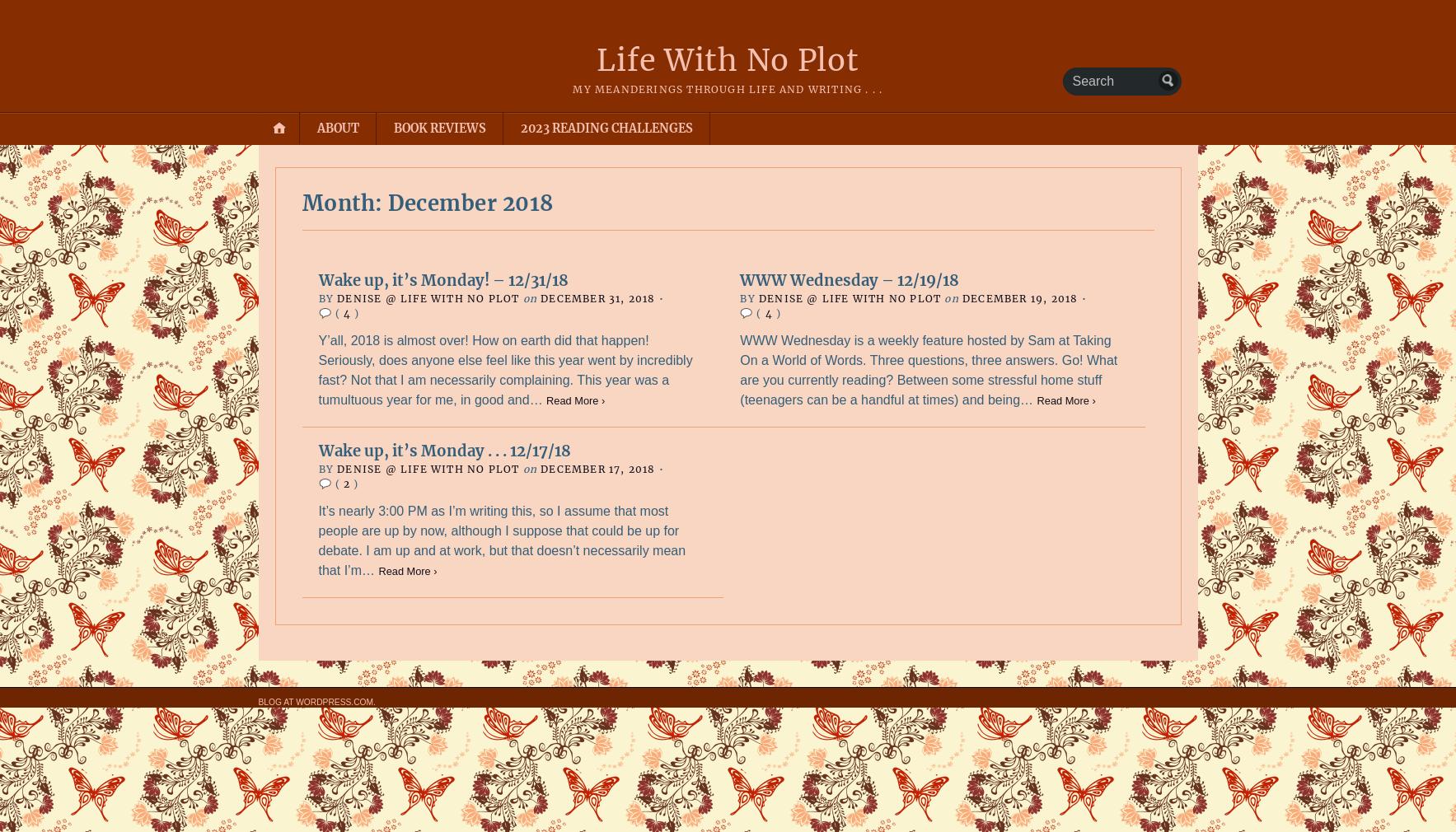 The image size is (1456, 832). What do you see at coordinates (317, 279) in the screenshot?
I see `'Wake up, it’s Monday! – 12/31/18'` at bounding box center [317, 279].